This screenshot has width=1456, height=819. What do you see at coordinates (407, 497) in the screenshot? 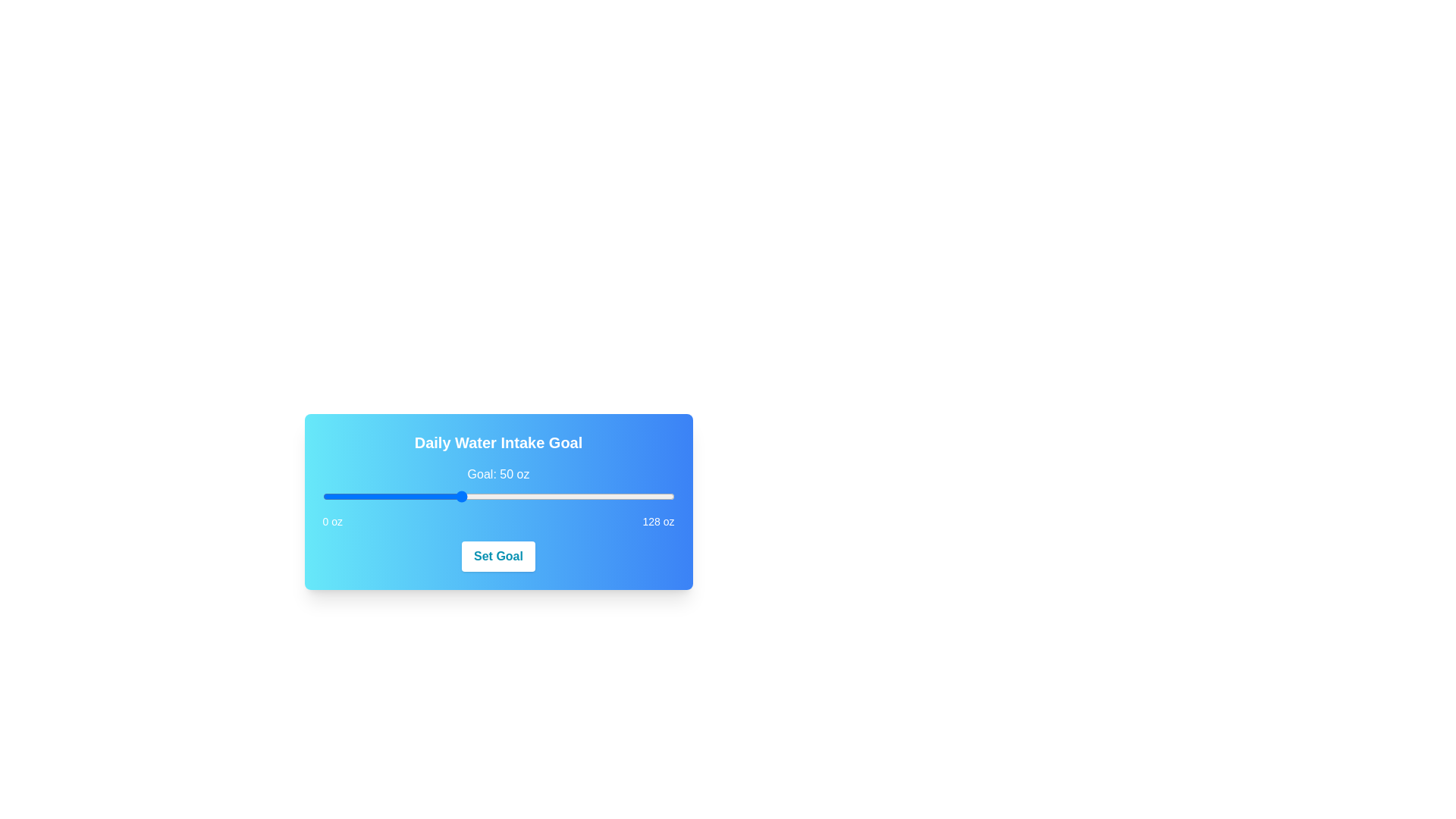
I see `the slider to set the value to 31 oz` at bounding box center [407, 497].